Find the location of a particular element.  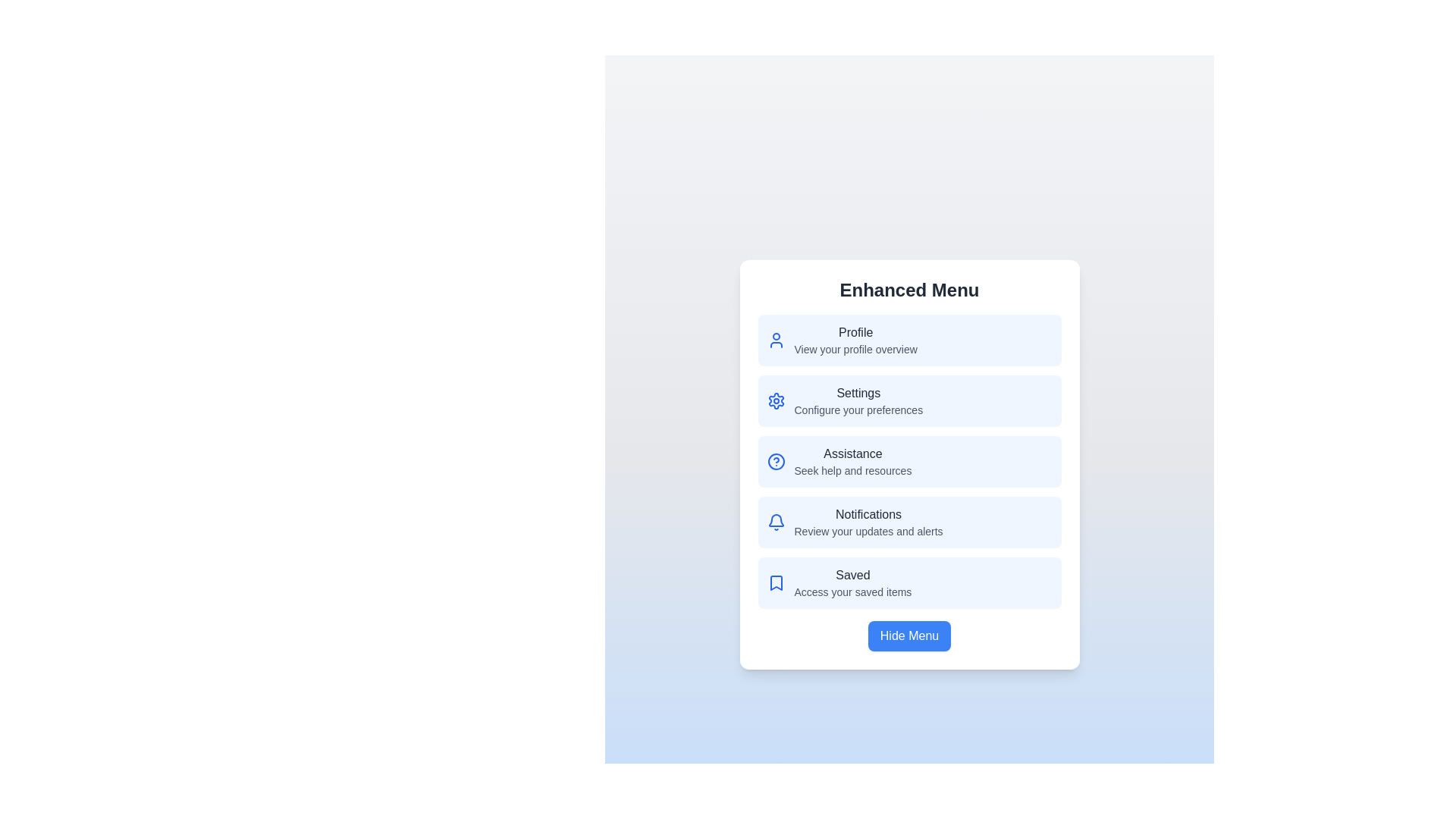

the menu item labeled Assistance to see its hover effect is located at coordinates (909, 461).